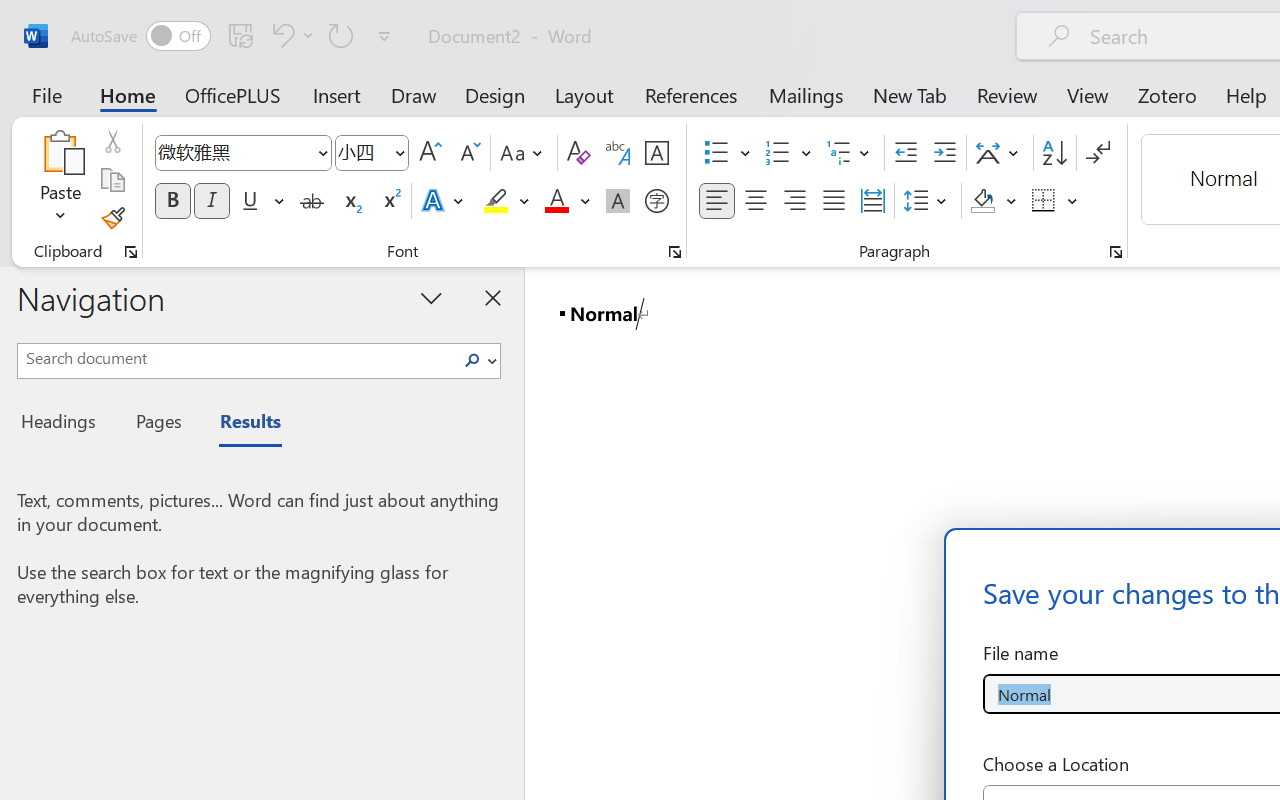 The width and height of the screenshot is (1280, 800). I want to click on 'Character Border', so click(656, 153).